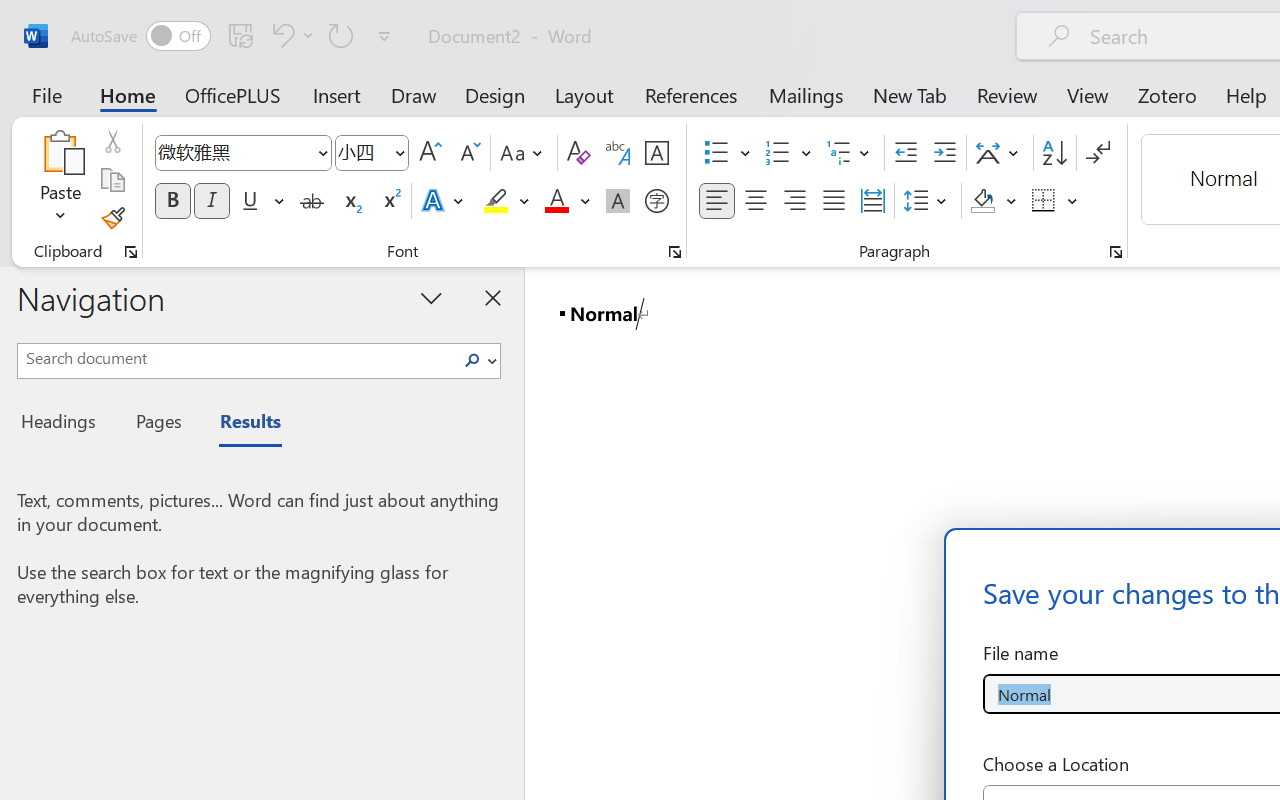 The width and height of the screenshot is (1280, 800). I want to click on 'Character Border', so click(656, 153).